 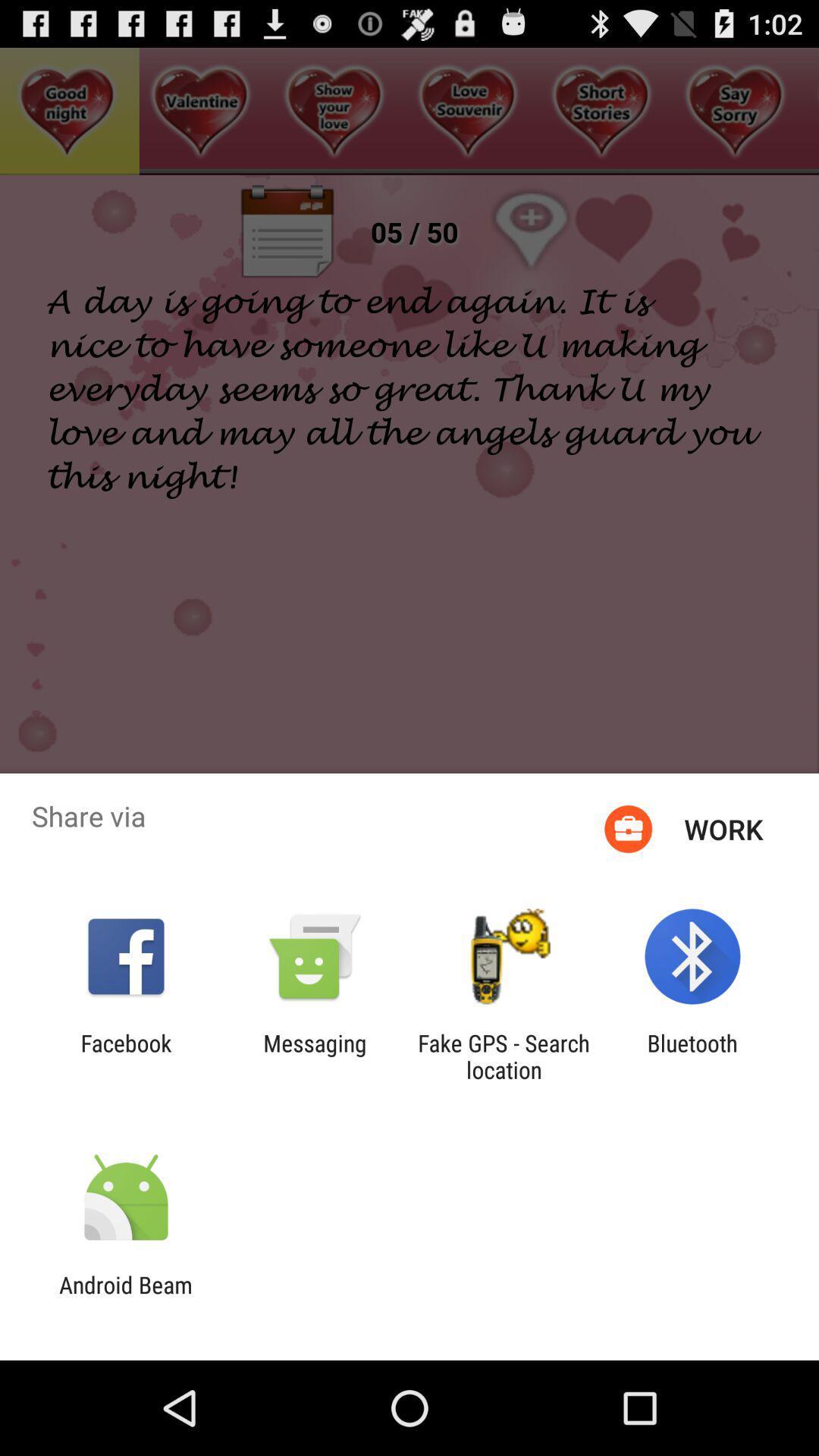 I want to click on item next to the fake gps search item, so click(x=314, y=1056).